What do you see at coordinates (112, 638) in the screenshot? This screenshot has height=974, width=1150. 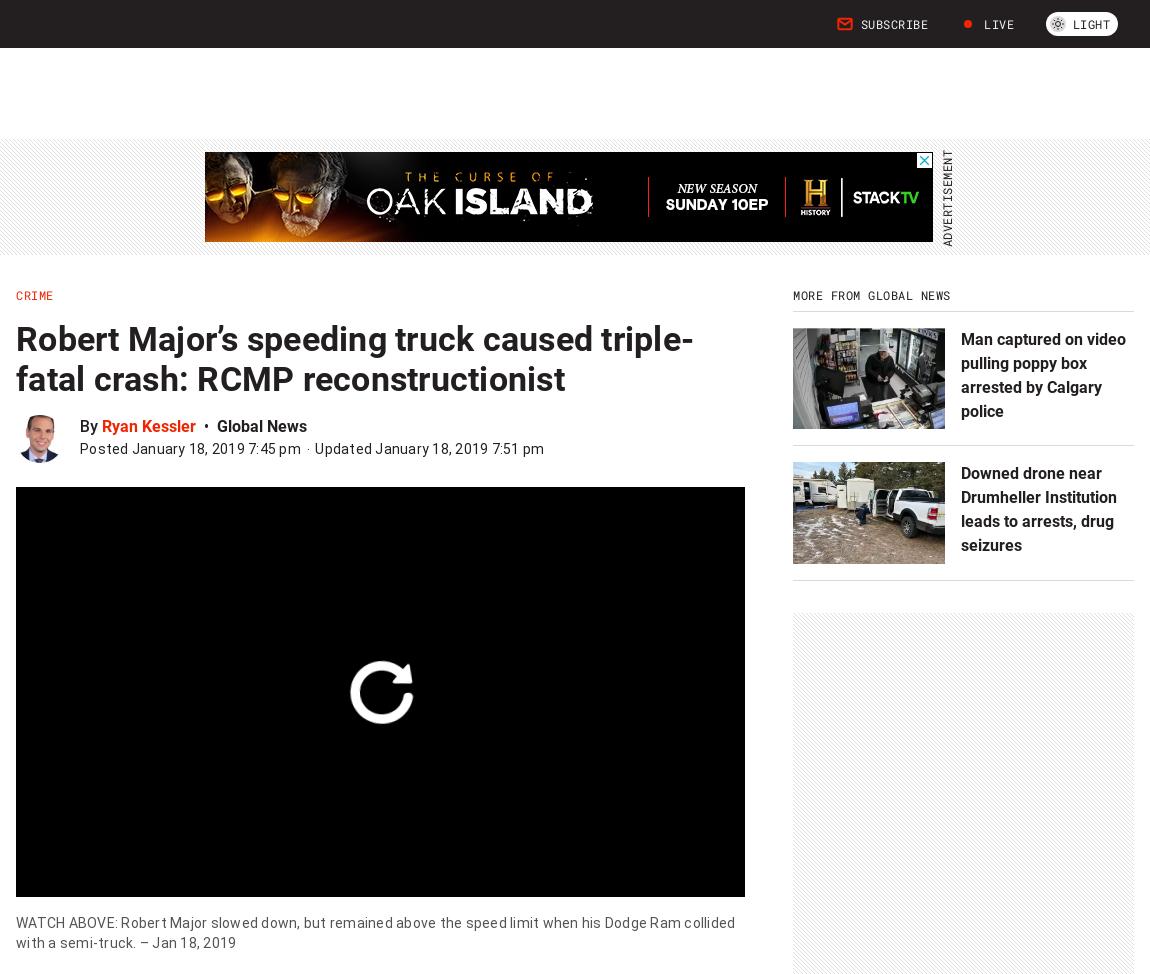 I see `'Accused in London, Ont. attack has mental health issues, expert tells trial'` at bounding box center [112, 638].